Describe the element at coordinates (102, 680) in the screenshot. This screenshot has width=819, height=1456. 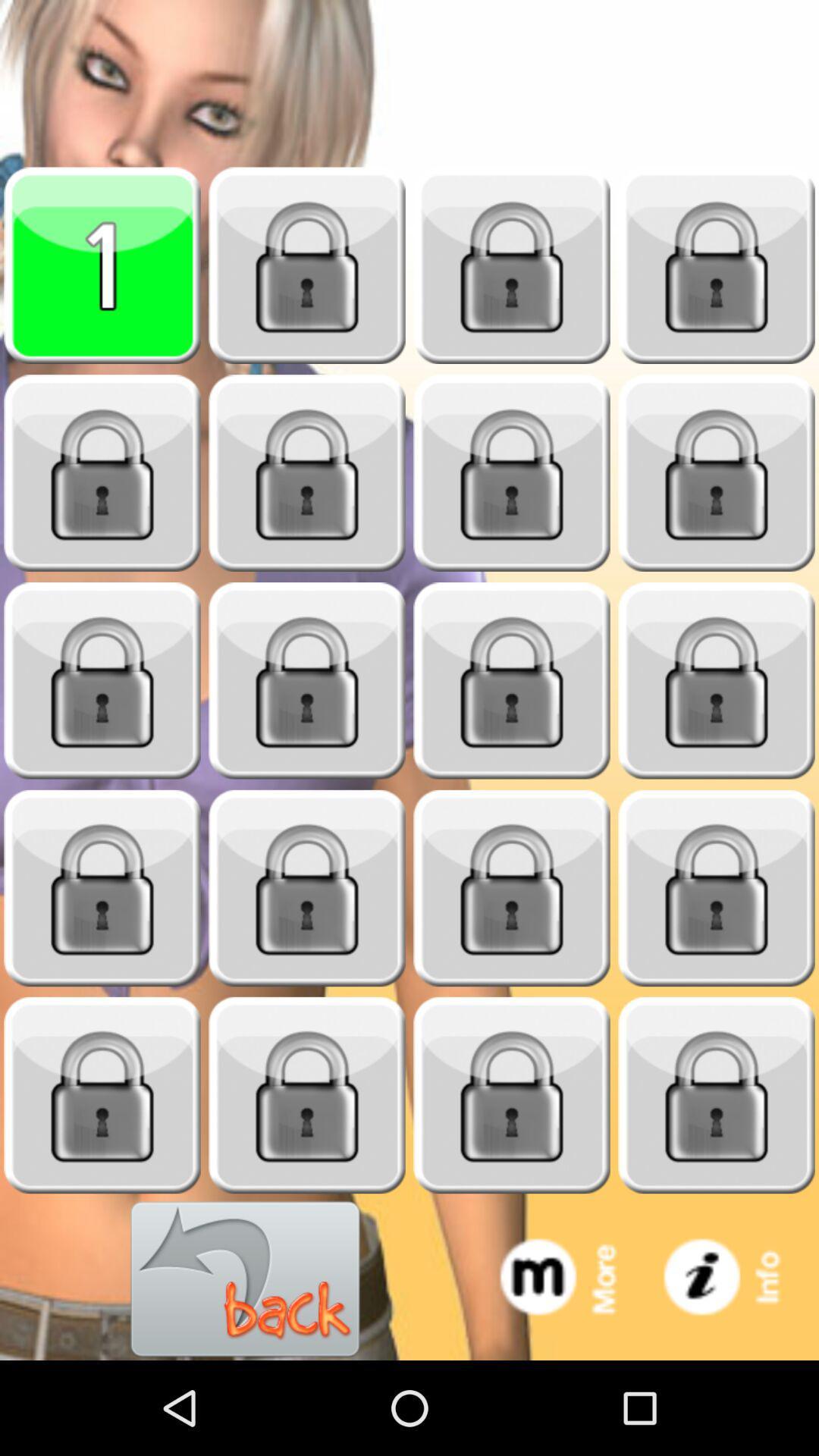
I see `blok` at that location.